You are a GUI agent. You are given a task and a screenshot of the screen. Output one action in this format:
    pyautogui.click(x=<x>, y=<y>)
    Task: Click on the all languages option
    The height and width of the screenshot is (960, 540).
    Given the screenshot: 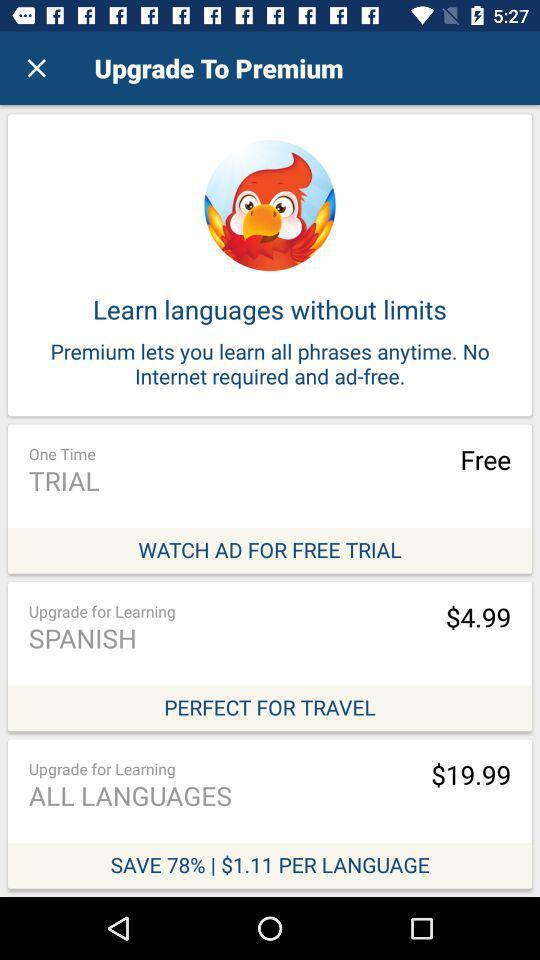 What is the action you would take?
    pyautogui.click(x=270, y=813)
    